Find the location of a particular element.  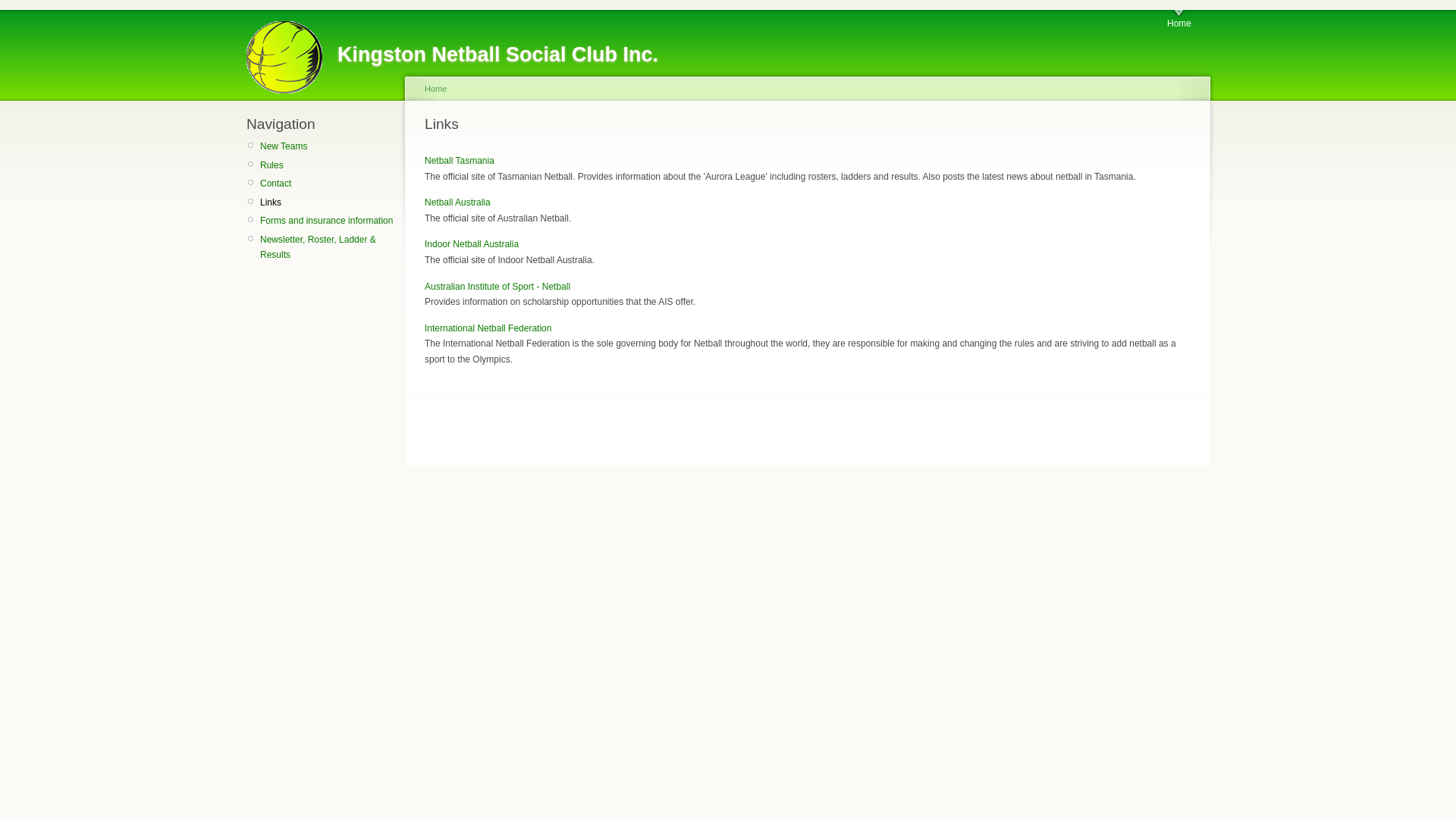

'Indoor Netball Australia' is located at coordinates (471, 243).